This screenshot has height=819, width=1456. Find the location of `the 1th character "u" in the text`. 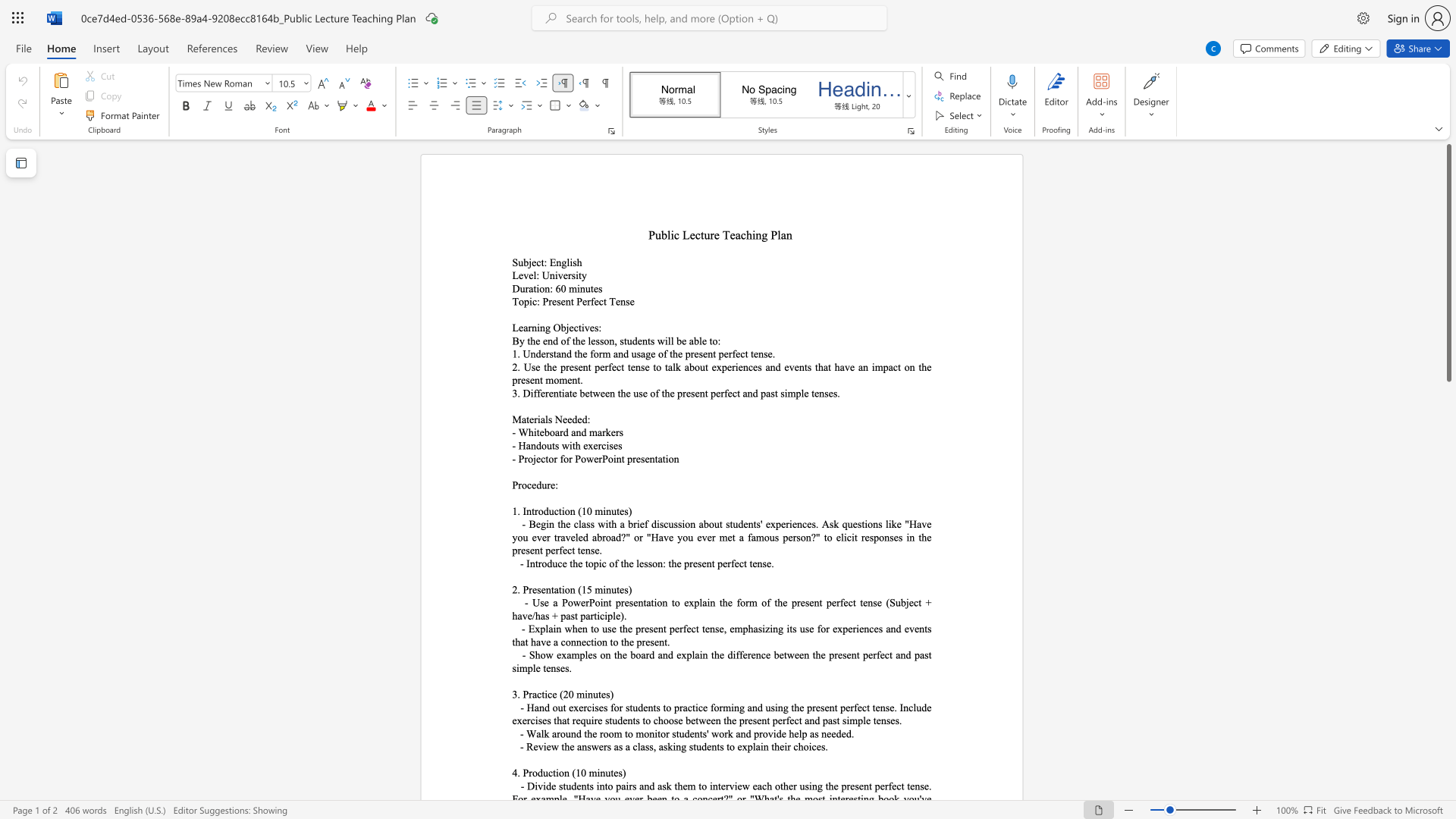

the 1th character "u" in the text is located at coordinates (595, 694).